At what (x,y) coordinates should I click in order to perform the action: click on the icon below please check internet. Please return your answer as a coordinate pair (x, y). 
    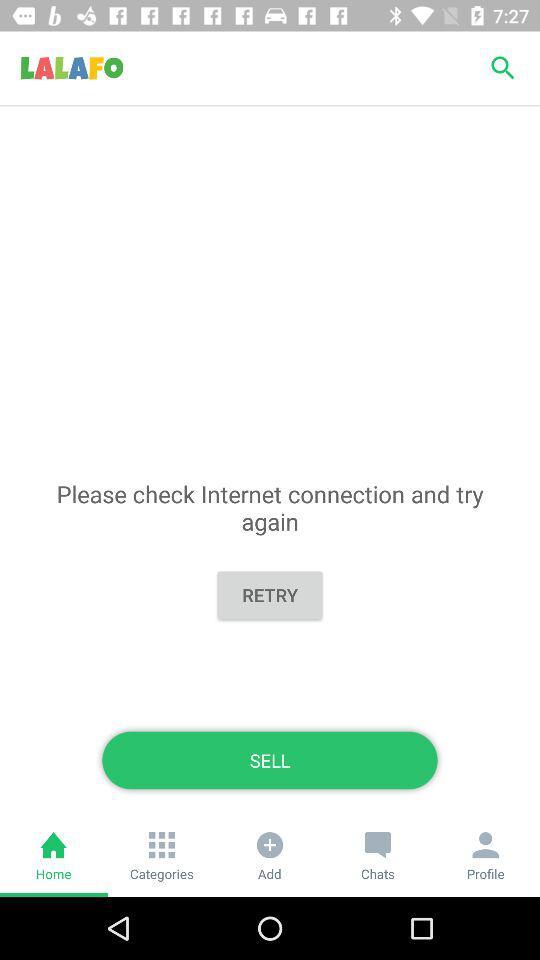
    Looking at the image, I should click on (270, 595).